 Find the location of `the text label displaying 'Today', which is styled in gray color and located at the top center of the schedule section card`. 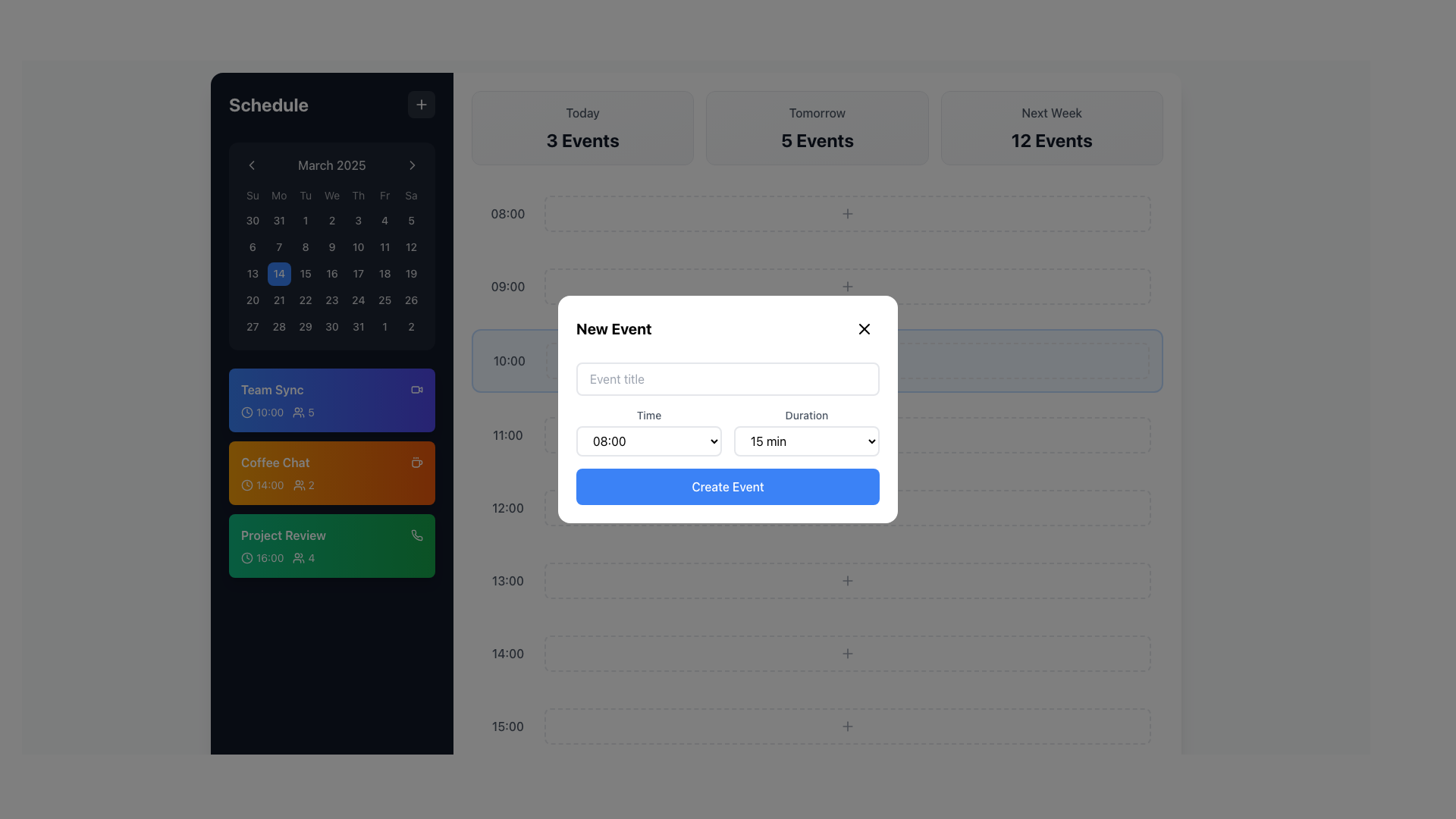

the text label displaying 'Today', which is styled in gray color and located at the top center of the schedule section card is located at coordinates (582, 112).